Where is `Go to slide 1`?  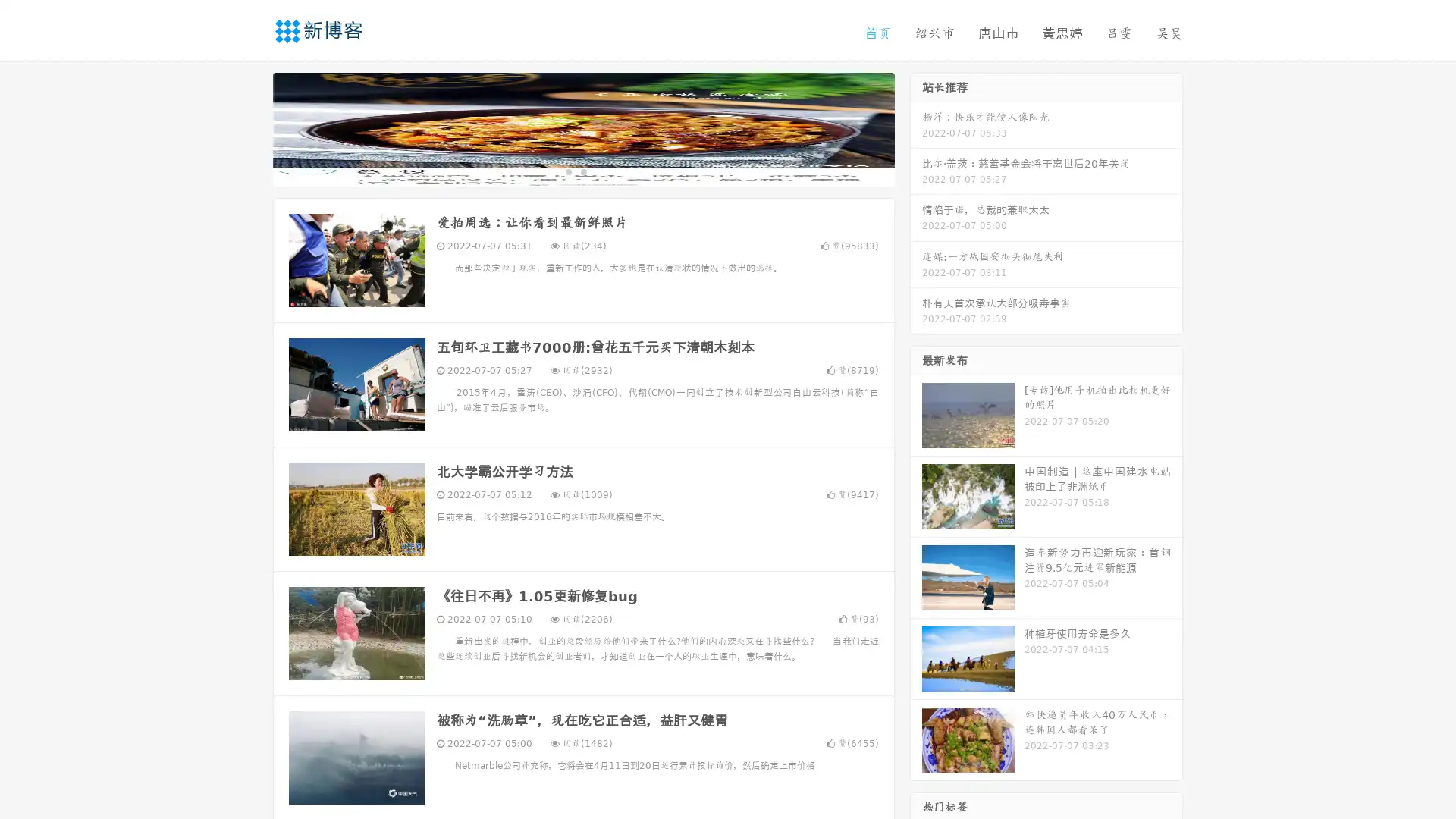 Go to slide 1 is located at coordinates (567, 171).